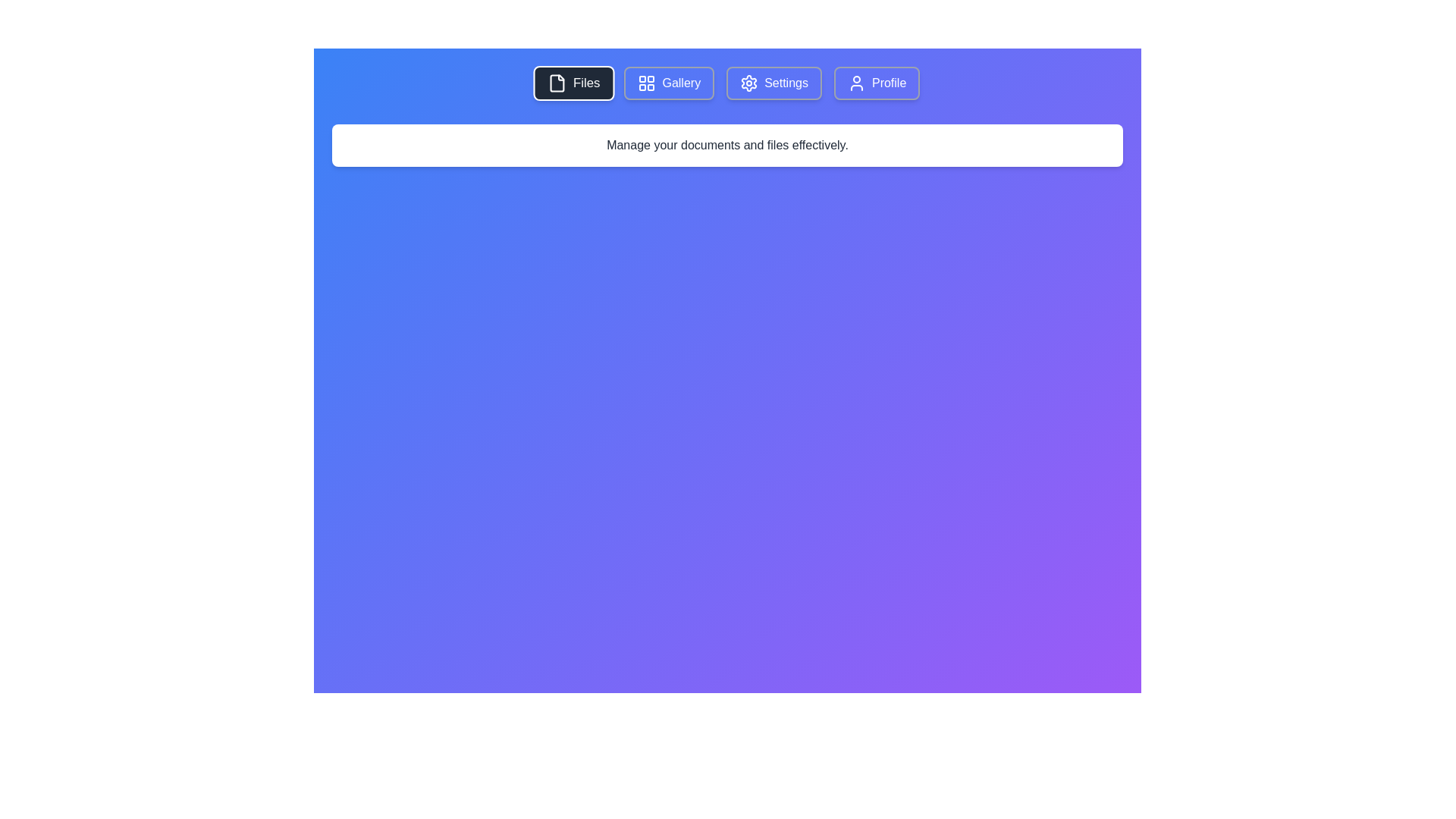  What do you see at coordinates (774, 83) in the screenshot?
I see `the settings button located in the navigation bar` at bounding box center [774, 83].